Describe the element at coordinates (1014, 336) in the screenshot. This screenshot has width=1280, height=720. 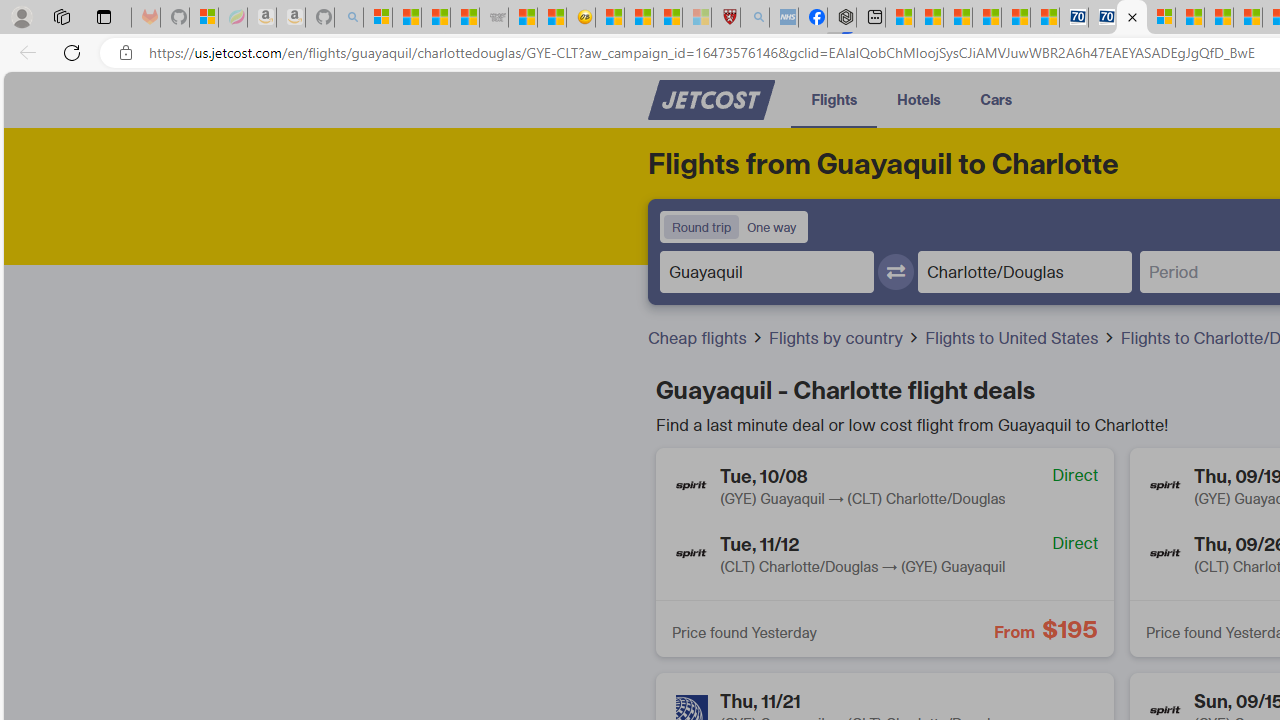
I see `'Flights to United States'` at that location.